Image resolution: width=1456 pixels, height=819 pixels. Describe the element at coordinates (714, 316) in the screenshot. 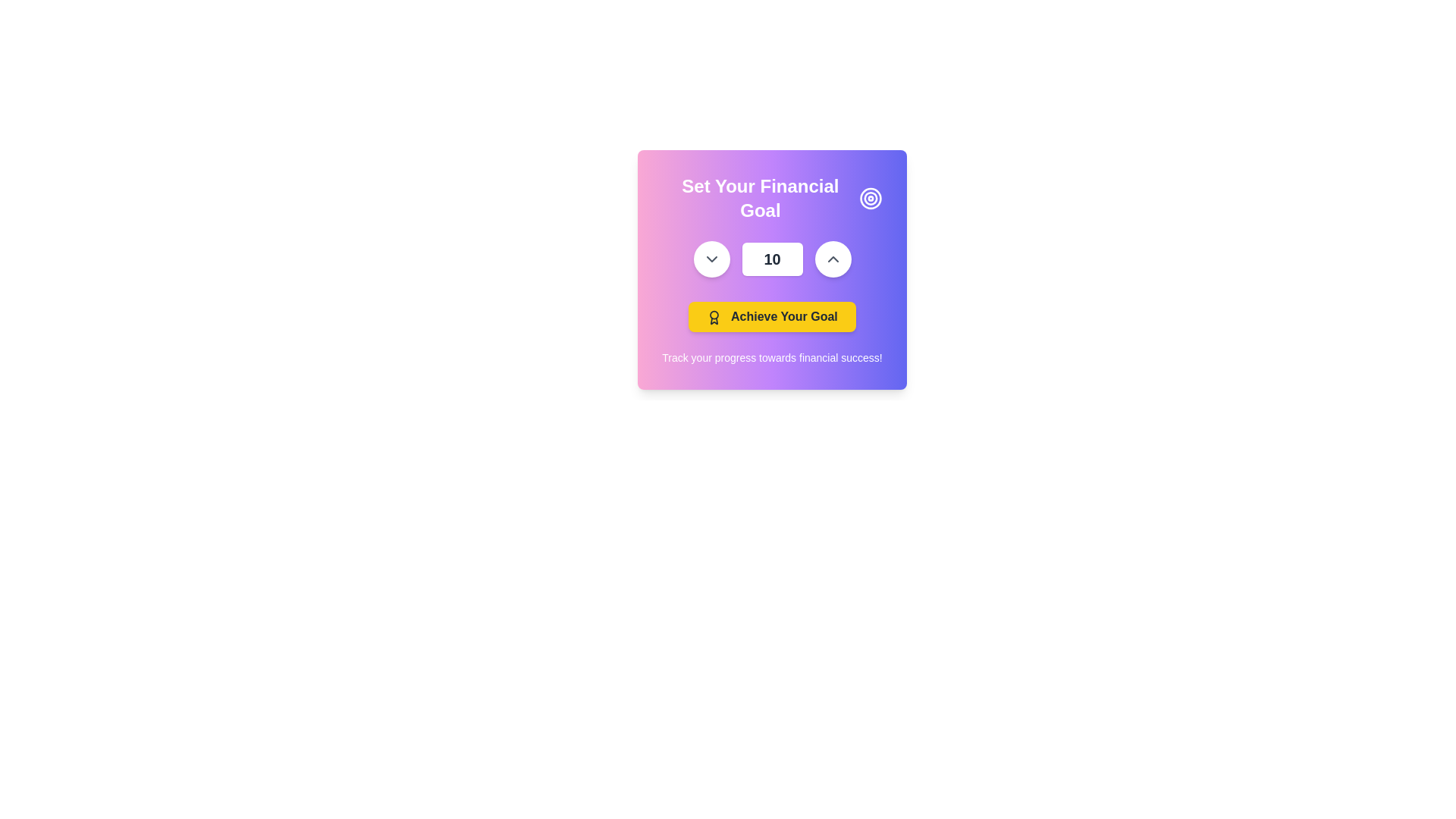

I see `the yellow button labeled 'Achieve Your Goal' which contains the decorative icon on its left side` at that location.